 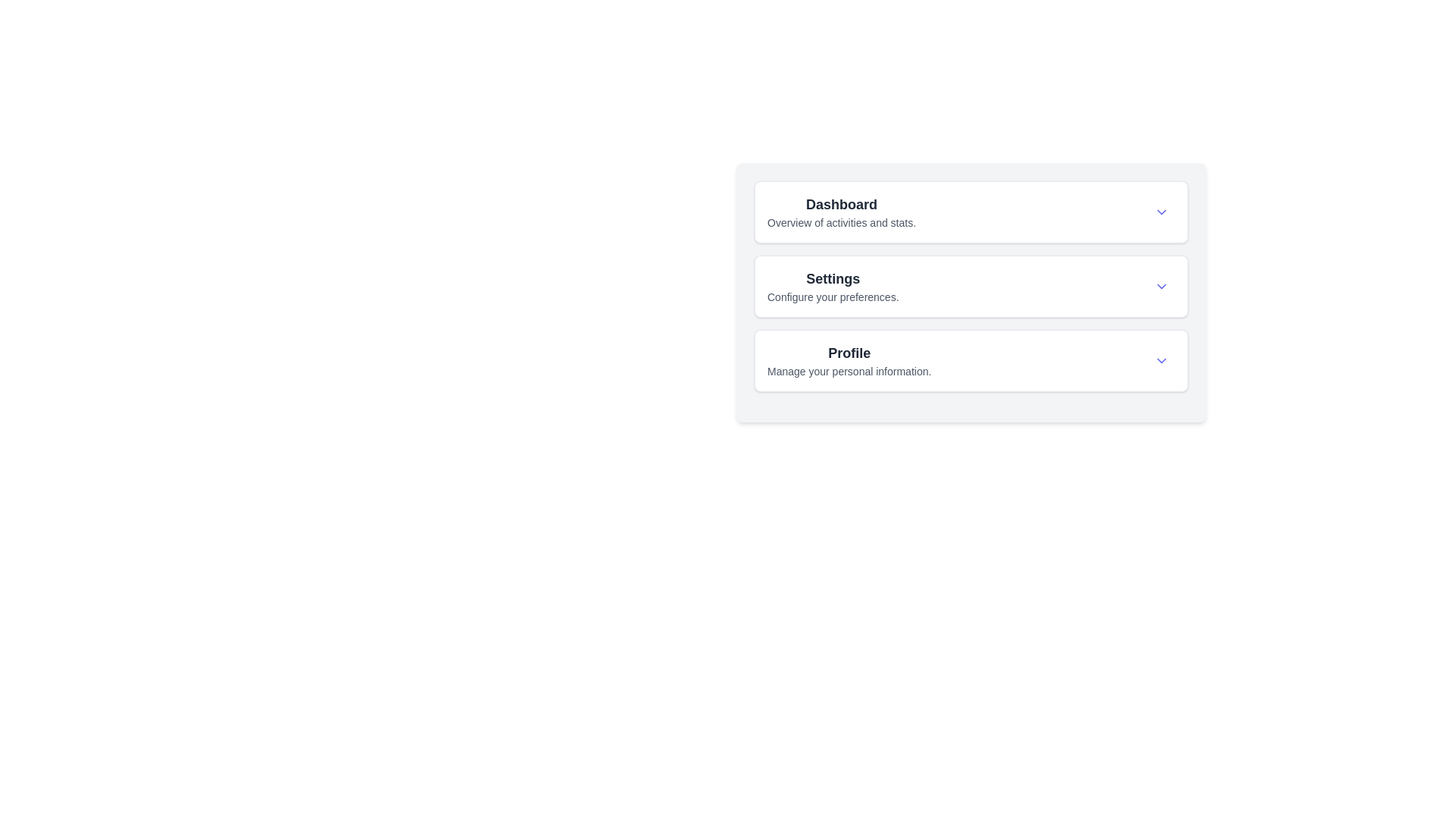 What do you see at coordinates (832, 287) in the screenshot?
I see `the 'Settings' text display for keyboard navigation` at bounding box center [832, 287].